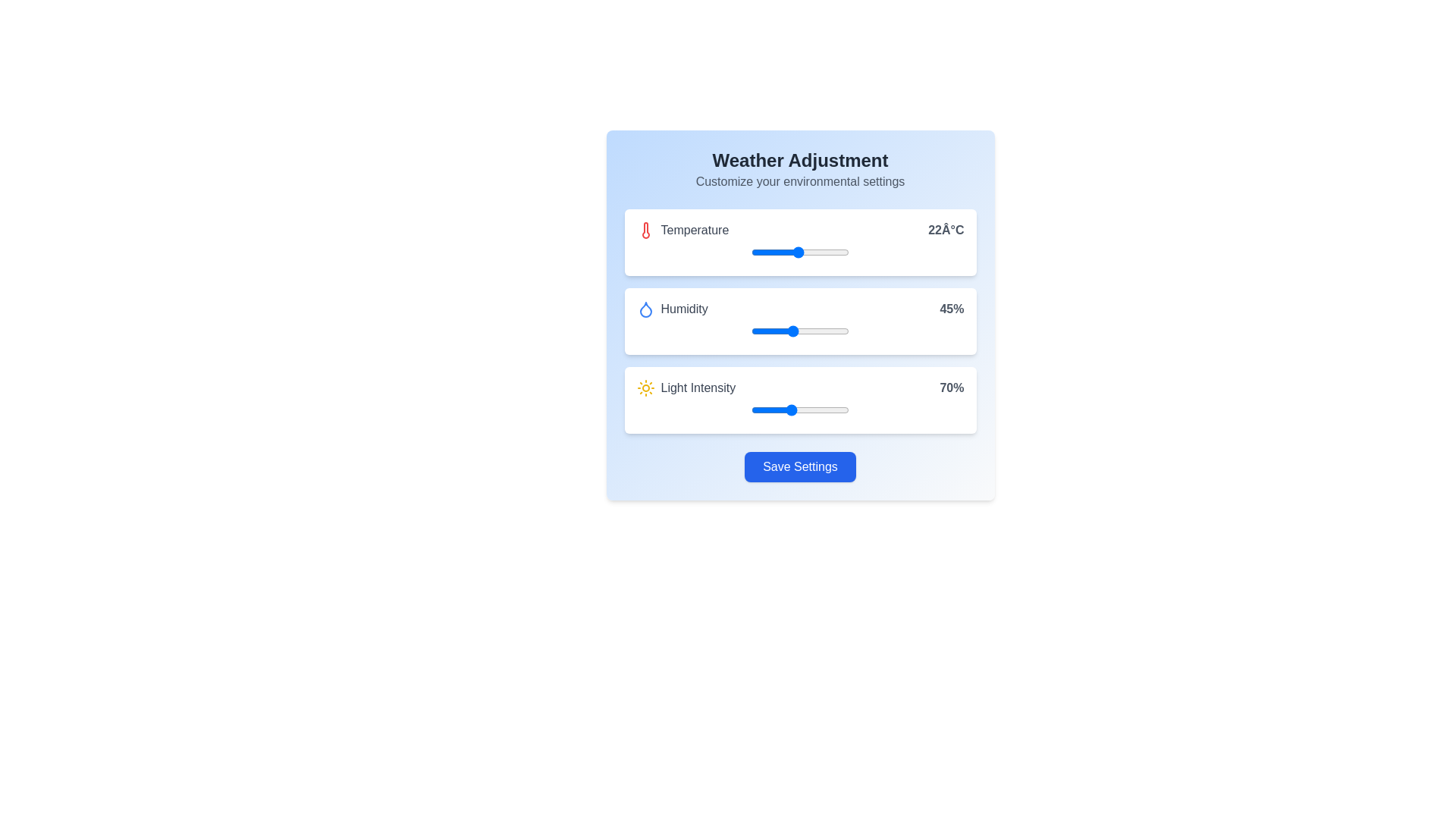 The image size is (1456, 819). What do you see at coordinates (799, 161) in the screenshot?
I see `the bold title text label 'Weather Adjustment' that is centered at the top of the card layout with a light blue background` at bounding box center [799, 161].